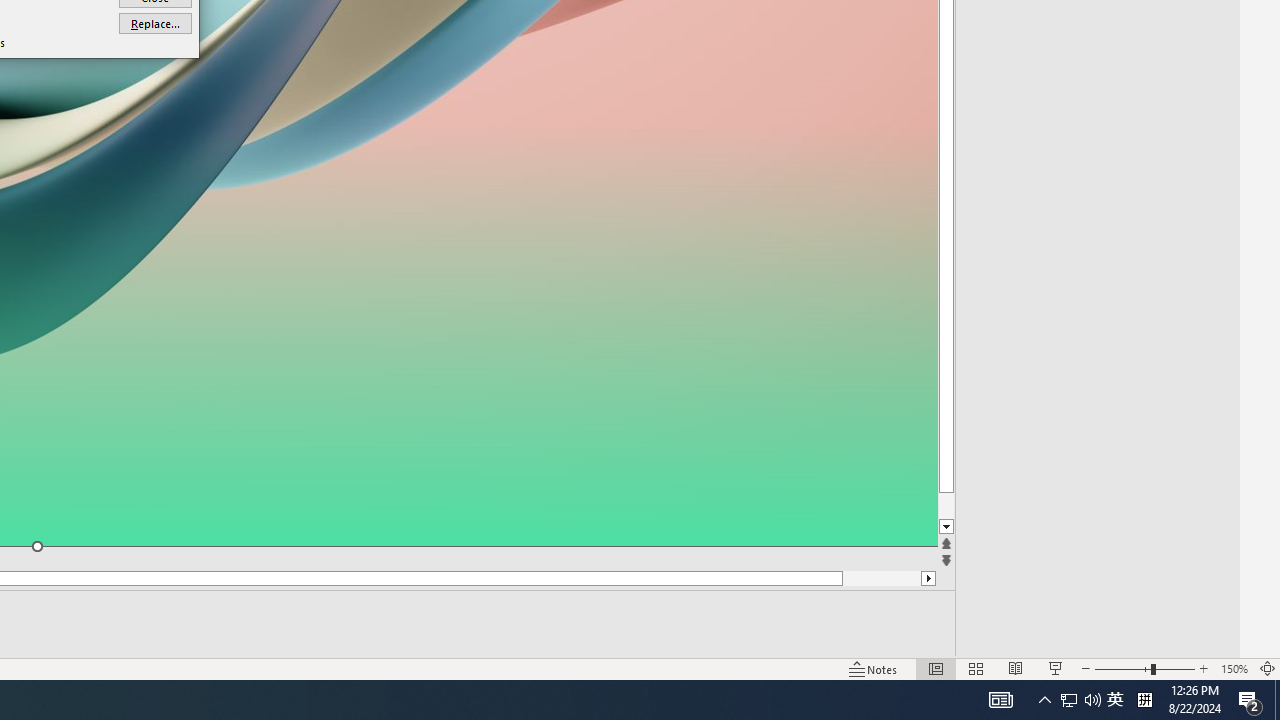 Image resolution: width=1280 pixels, height=720 pixels. I want to click on 'Zoom 150%', so click(1233, 669).